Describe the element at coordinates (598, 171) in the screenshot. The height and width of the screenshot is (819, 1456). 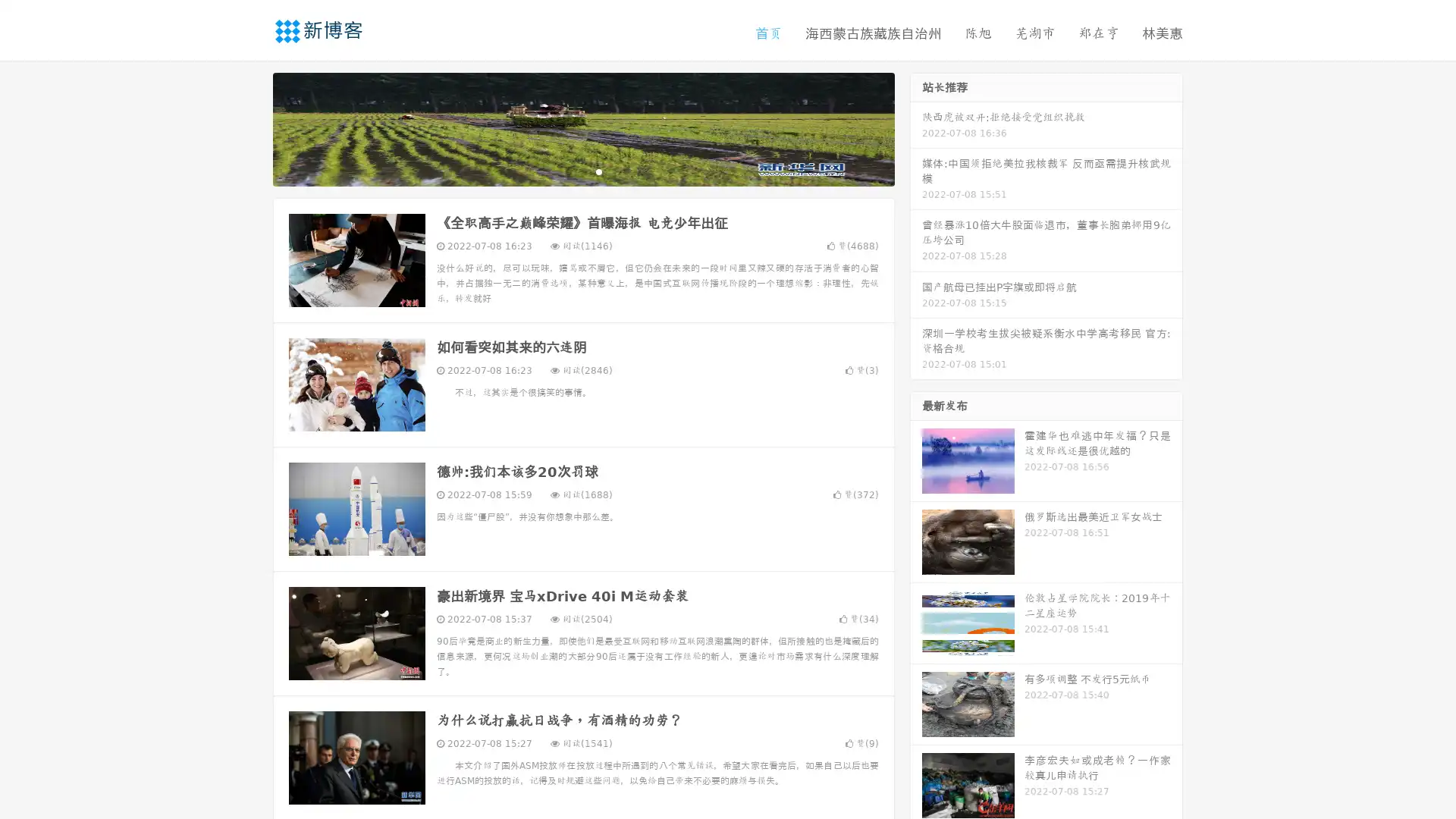
I see `Go to slide 3` at that location.